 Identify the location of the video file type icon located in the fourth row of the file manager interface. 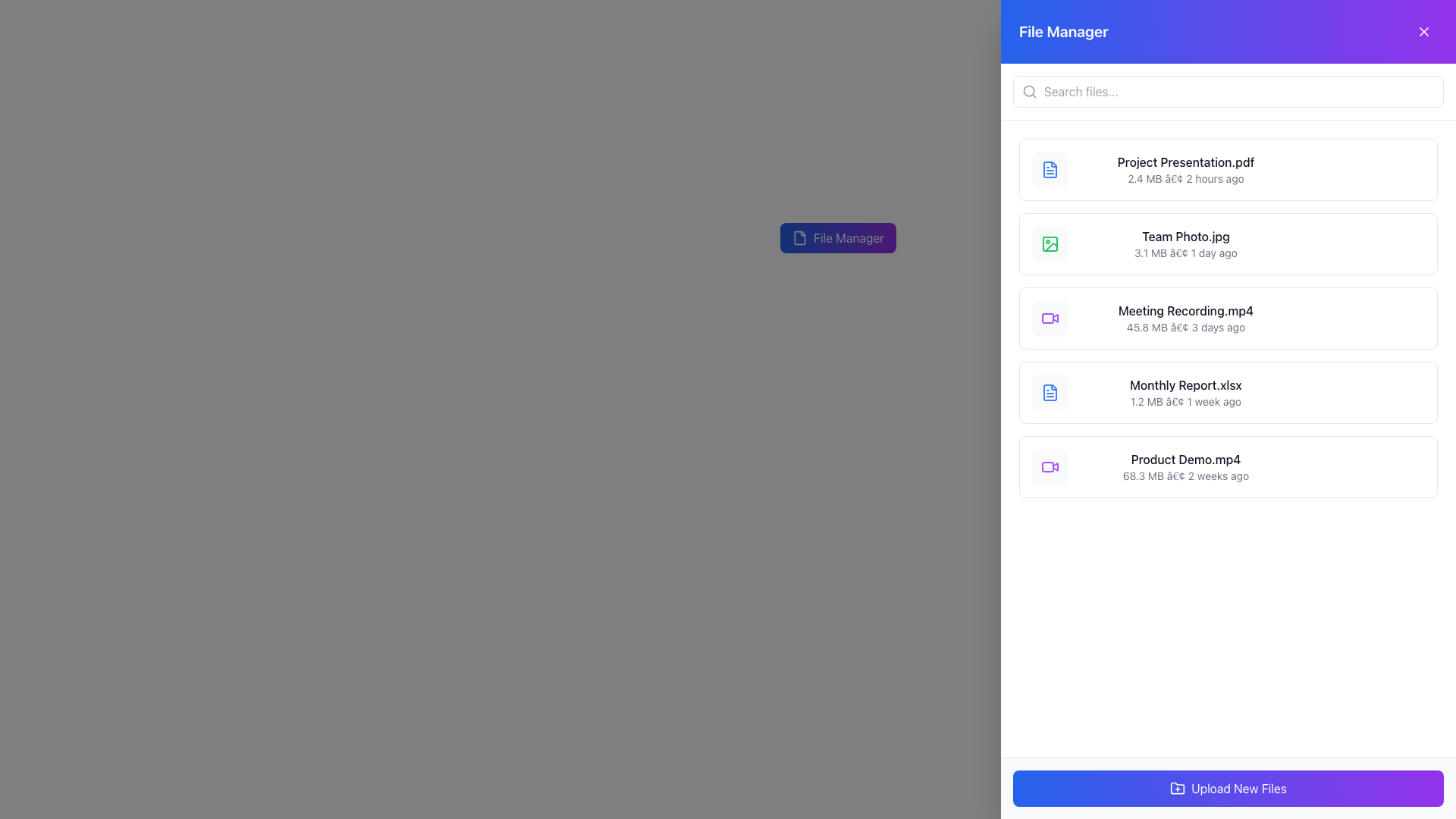
(1050, 466).